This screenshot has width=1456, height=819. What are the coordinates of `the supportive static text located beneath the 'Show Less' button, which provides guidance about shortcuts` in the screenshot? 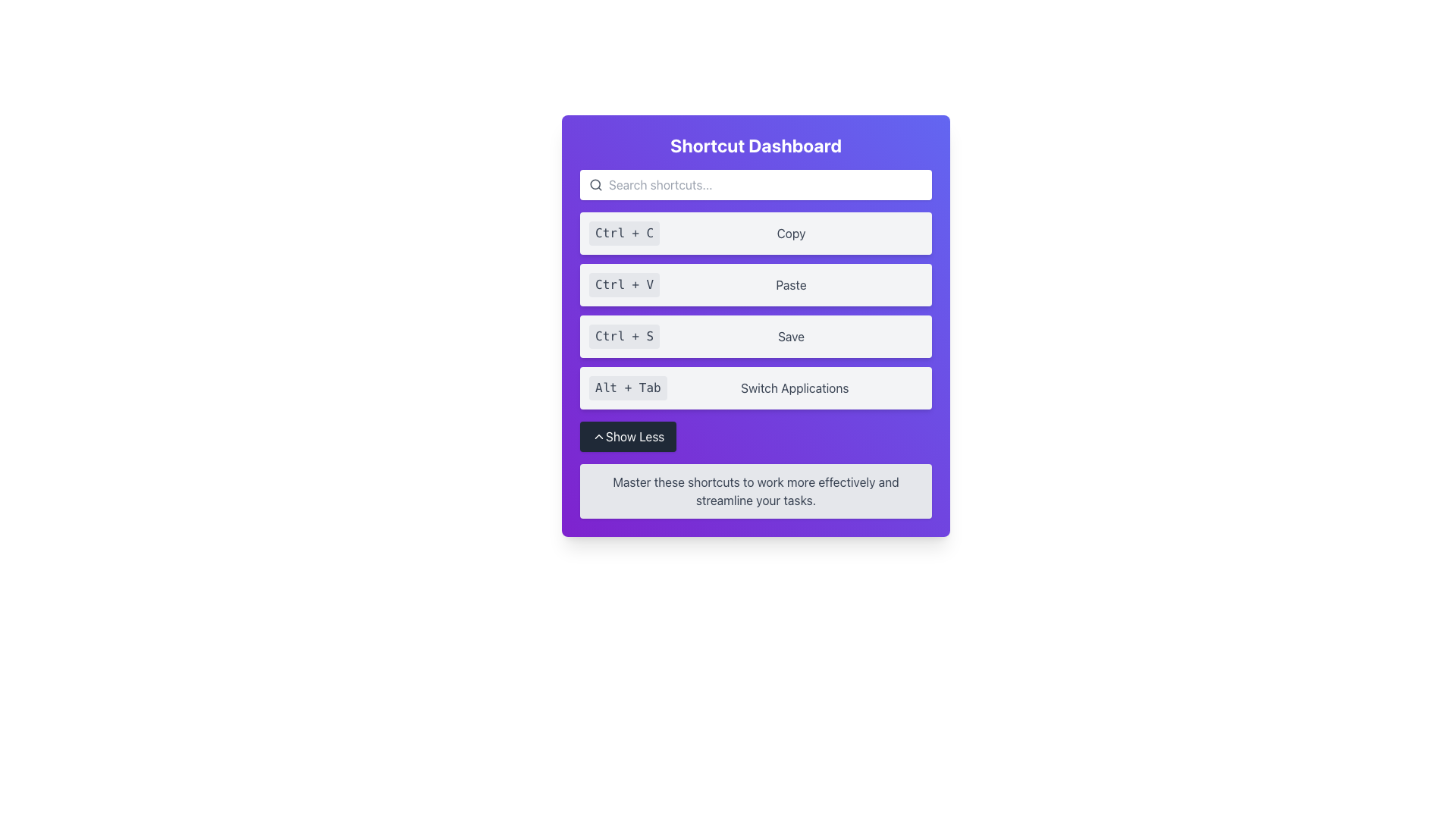 It's located at (756, 491).